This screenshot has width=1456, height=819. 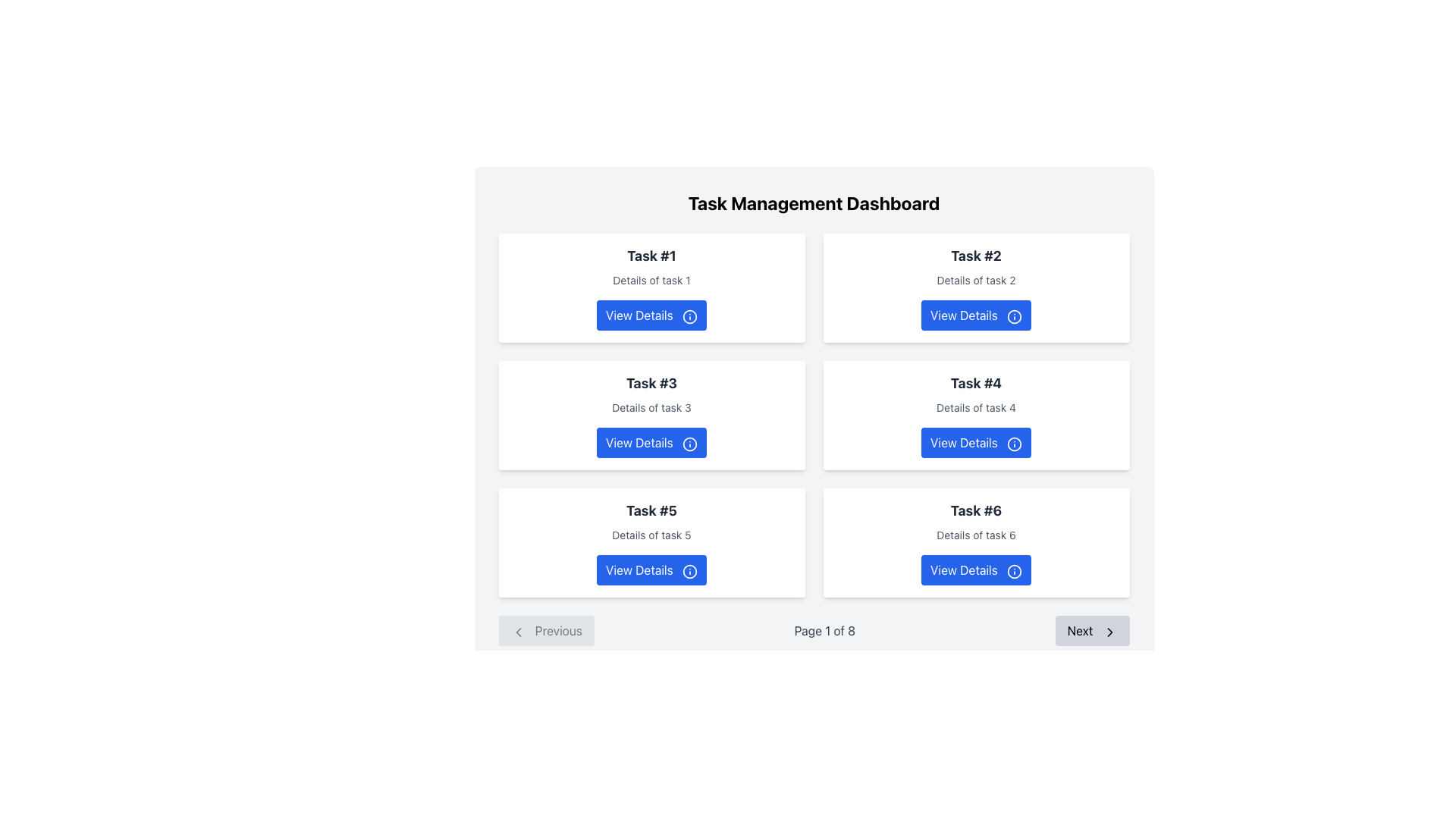 I want to click on the circular SVG element associated with the 'View Details' button in the task card for 'Task #6', so click(x=1015, y=571).